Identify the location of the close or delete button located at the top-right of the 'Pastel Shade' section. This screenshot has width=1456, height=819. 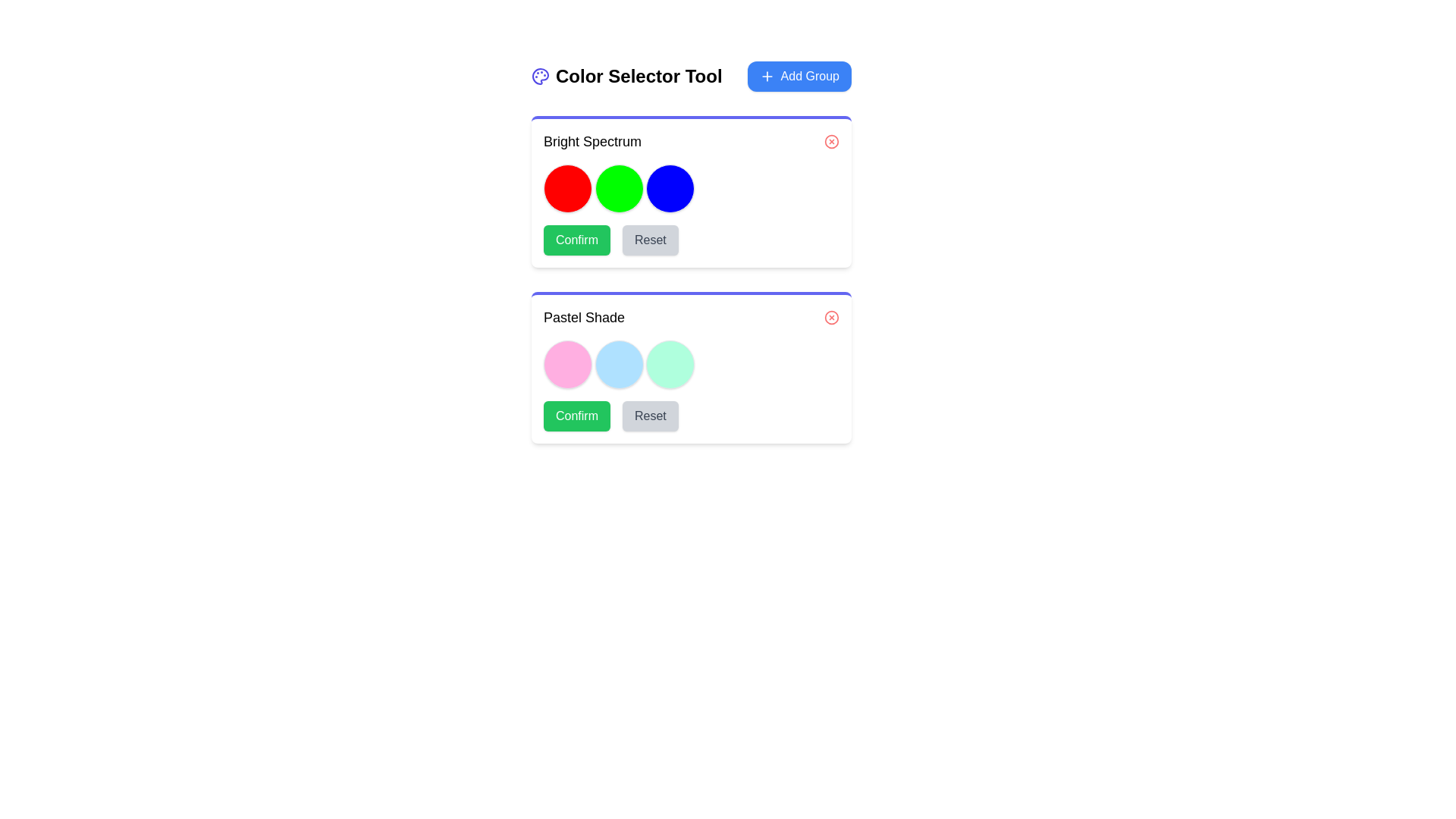
(831, 317).